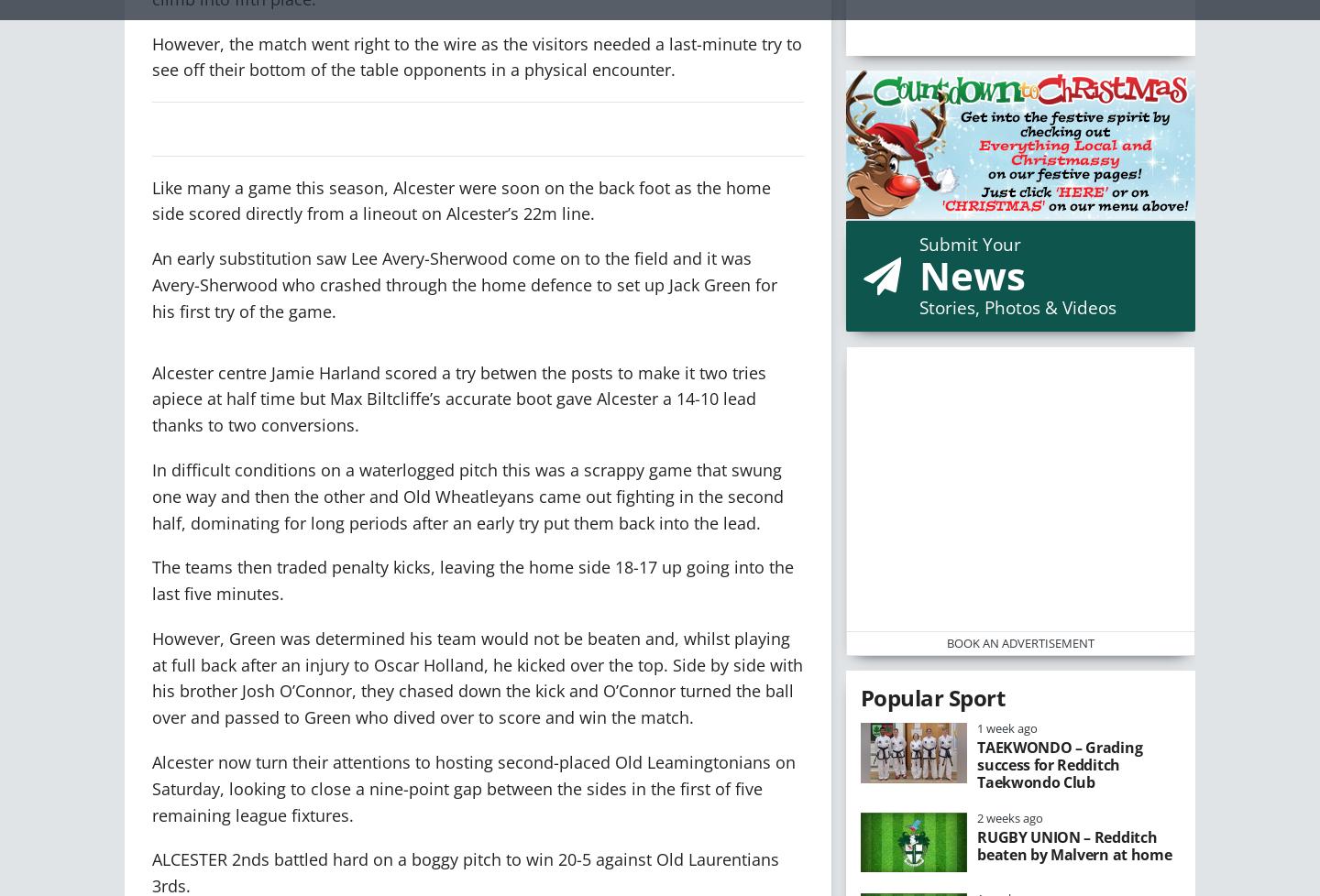 This screenshot has width=1320, height=896. What do you see at coordinates (464, 283) in the screenshot?
I see `'An early substitution saw Lee Avery-Sherwood come on to the field and it was Avery-Sherwood who crashed through the home defence to set up Jack Green for his first try of the game.'` at bounding box center [464, 283].